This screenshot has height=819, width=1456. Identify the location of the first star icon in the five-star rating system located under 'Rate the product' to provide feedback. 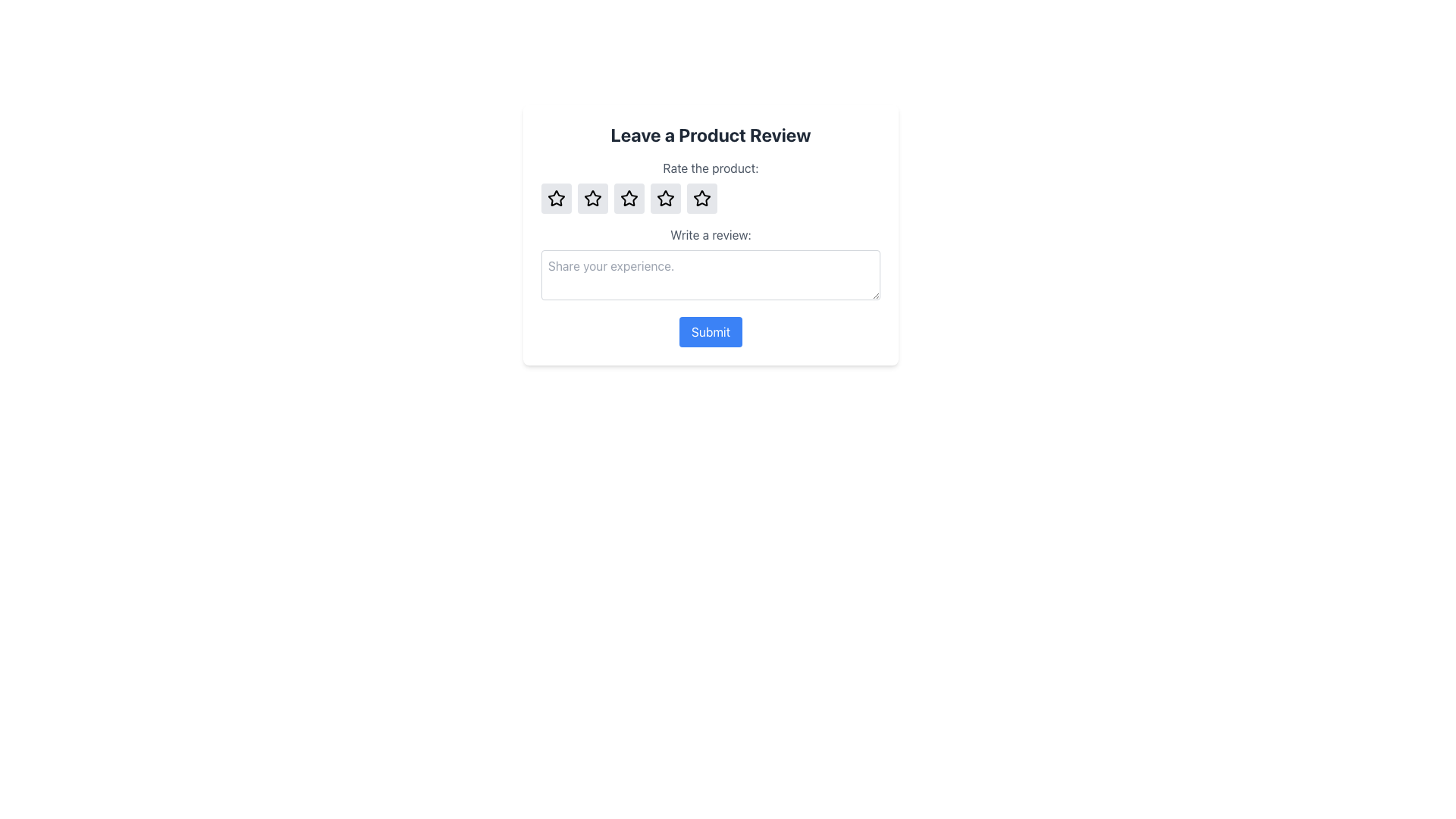
(556, 198).